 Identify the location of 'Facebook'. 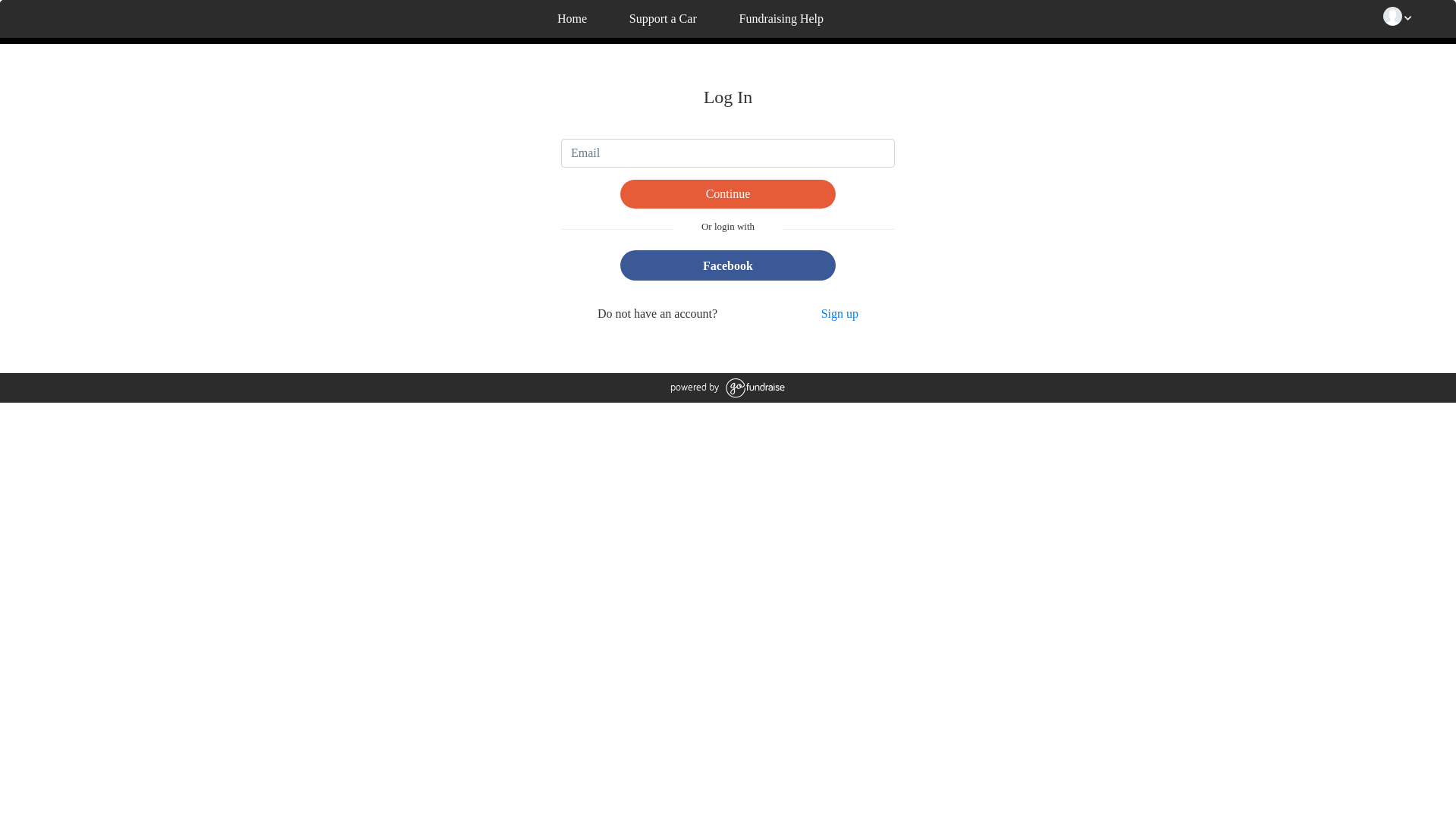
(726, 264).